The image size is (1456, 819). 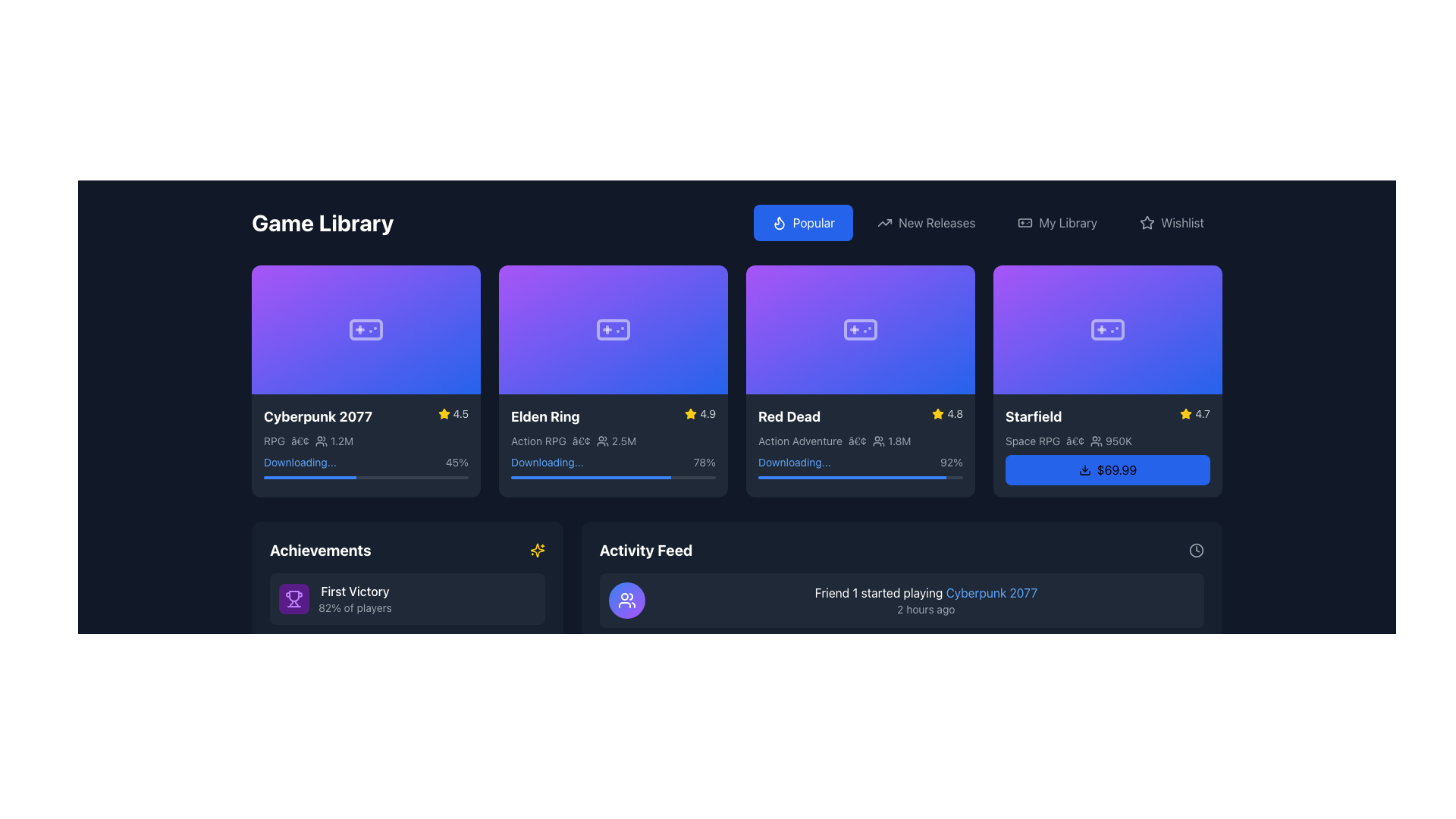 What do you see at coordinates (925, 666) in the screenshot?
I see `notification card displaying the message 'Friend 2 started playing Cyberpunk 2077 2 hours ago', which includes 'Cyberpunk 2077' highlighted in blue` at bounding box center [925, 666].